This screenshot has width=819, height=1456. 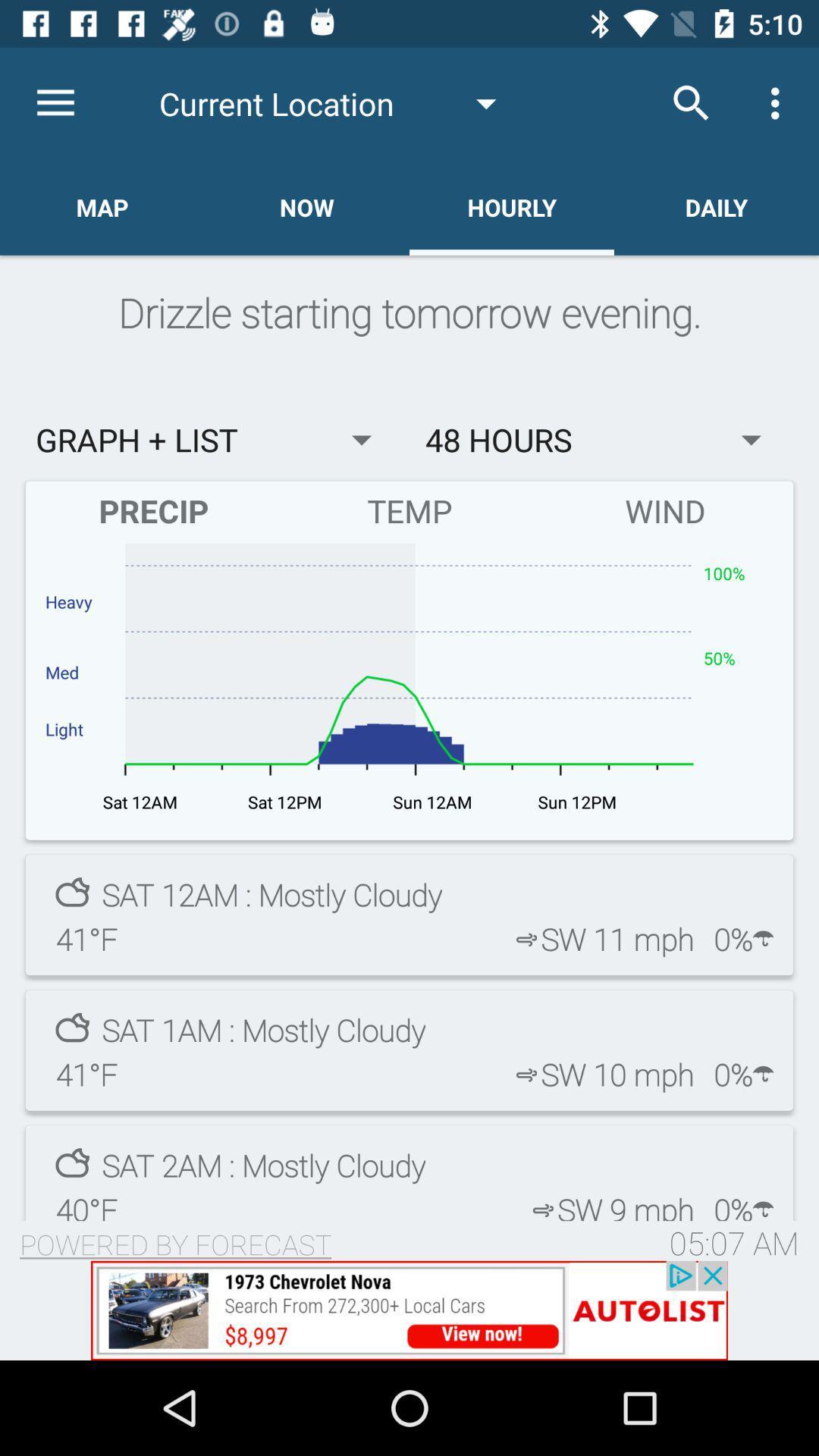 What do you see at coordinates (409, 1310) in the screenshot?
I see `advertisement` at bounding box center [409, 1310].